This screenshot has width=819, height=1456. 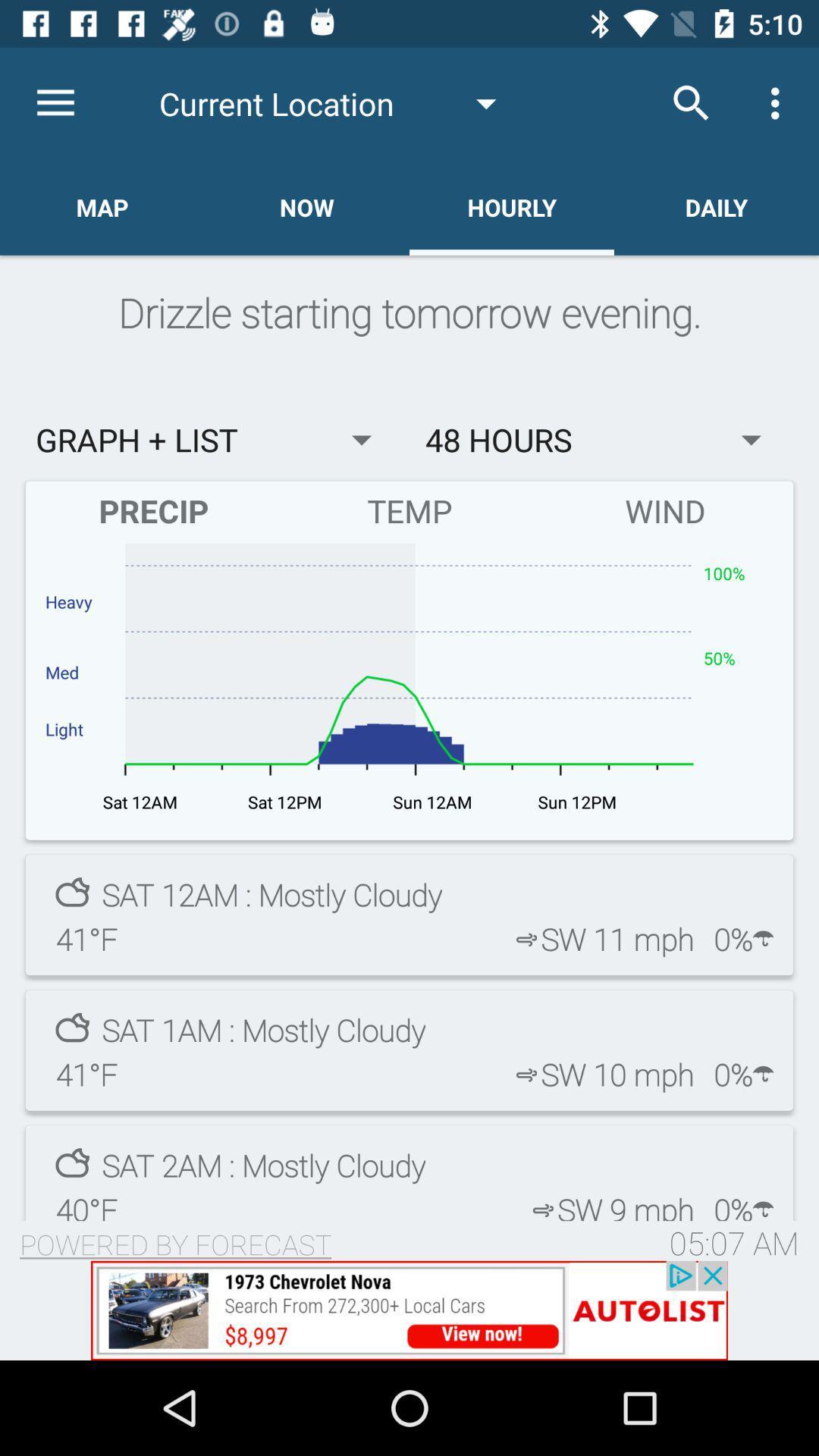 What do you see at coordinates (409, 1310) in the screenshot?
I see `advertisement` at bounding box center [409, 1310].